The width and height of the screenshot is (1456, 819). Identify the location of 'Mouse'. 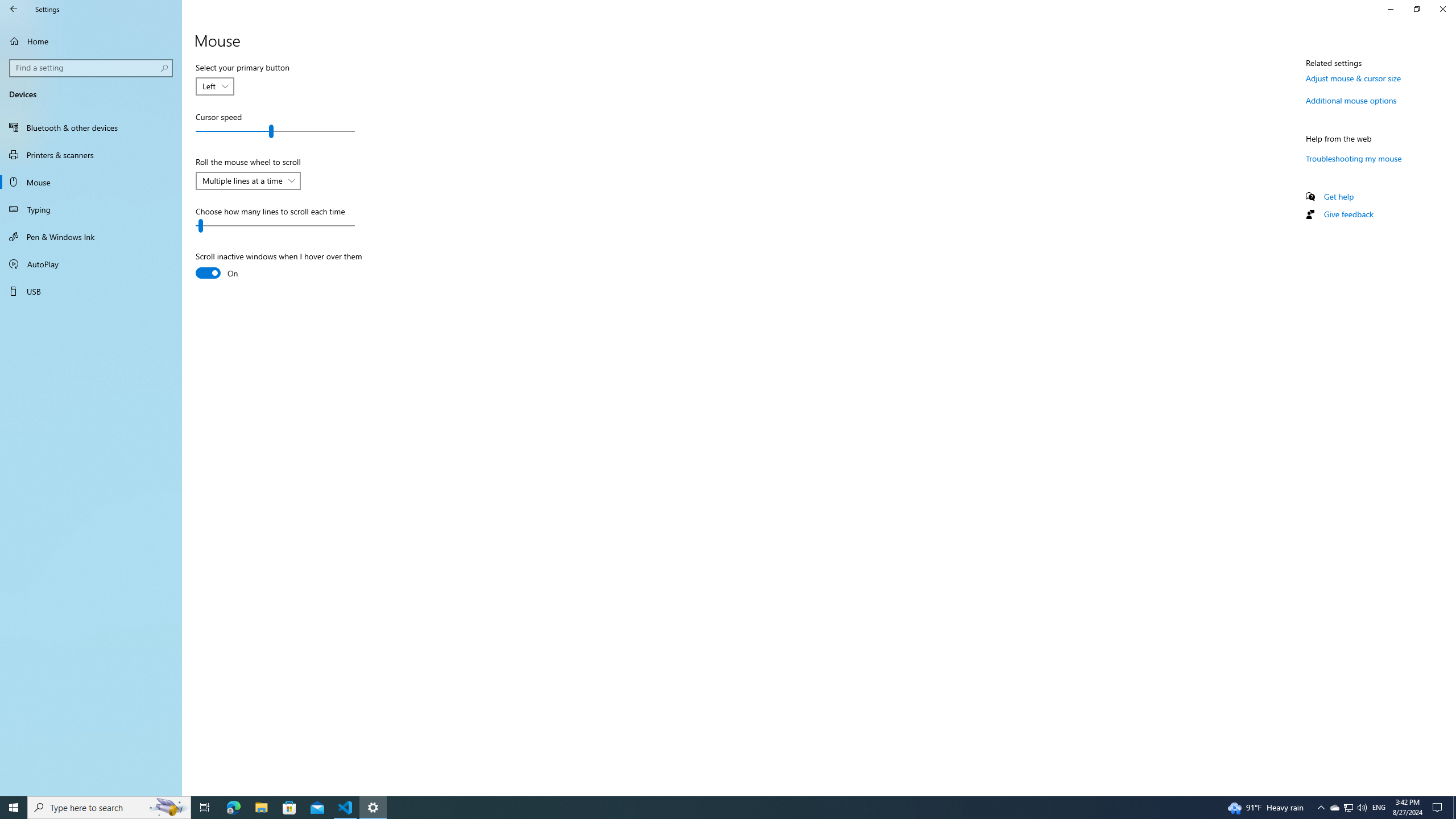
(90, 181).